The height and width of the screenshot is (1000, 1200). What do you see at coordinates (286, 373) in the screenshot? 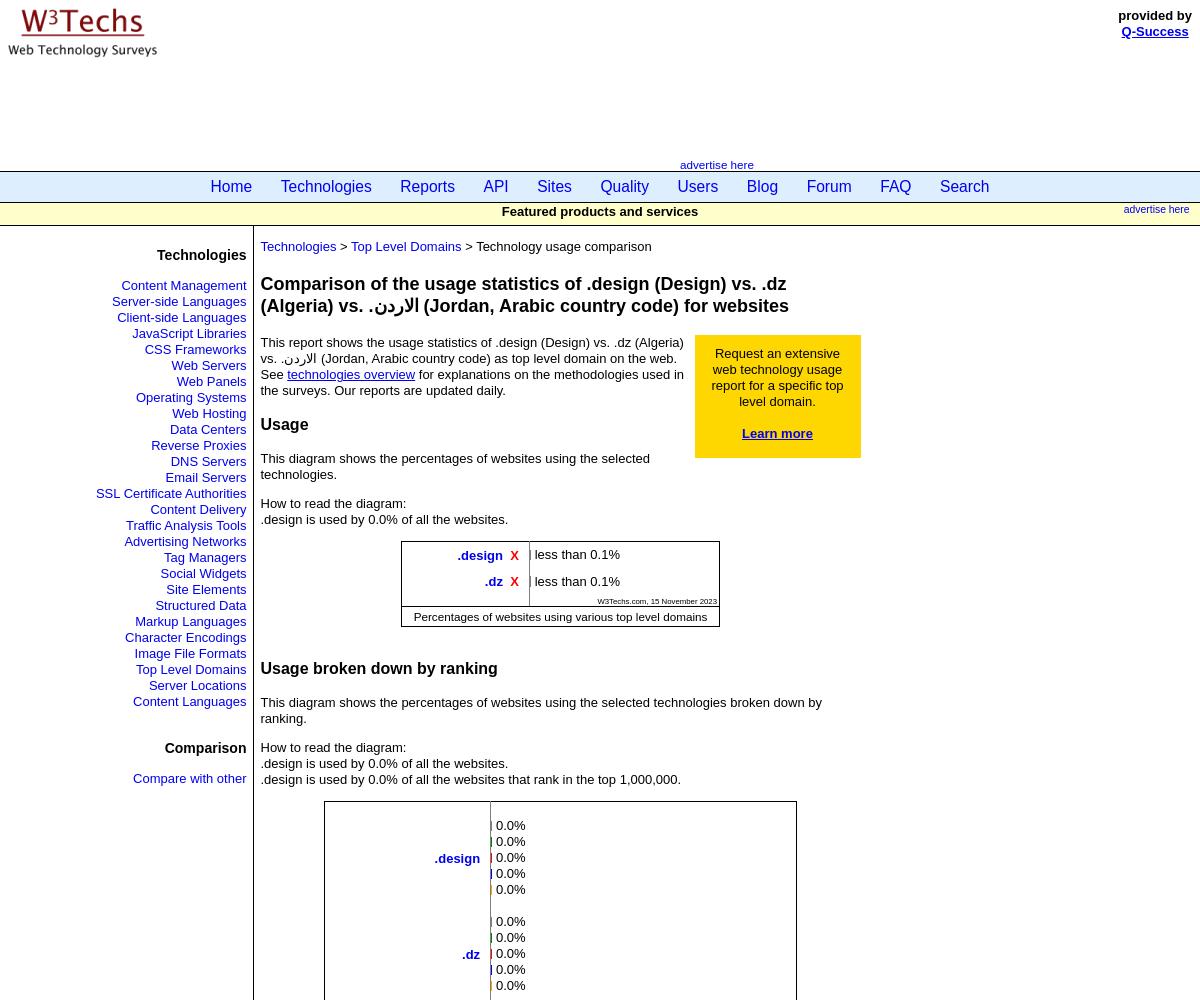
I see `'technologies overview'` at bounding box center [286, 373].